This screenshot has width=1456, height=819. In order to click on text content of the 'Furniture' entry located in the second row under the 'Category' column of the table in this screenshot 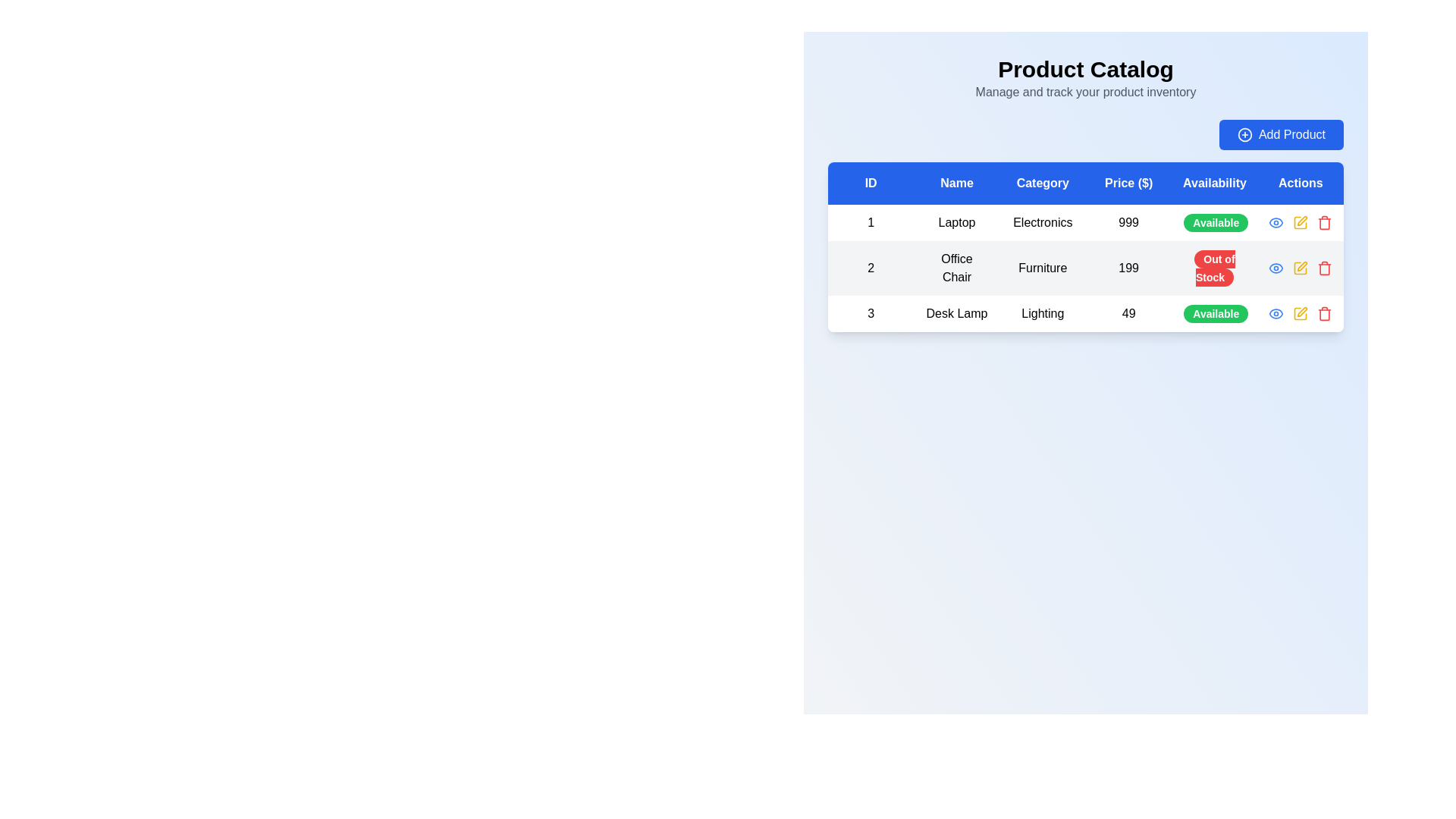, I will do `click(1042, 268)`.